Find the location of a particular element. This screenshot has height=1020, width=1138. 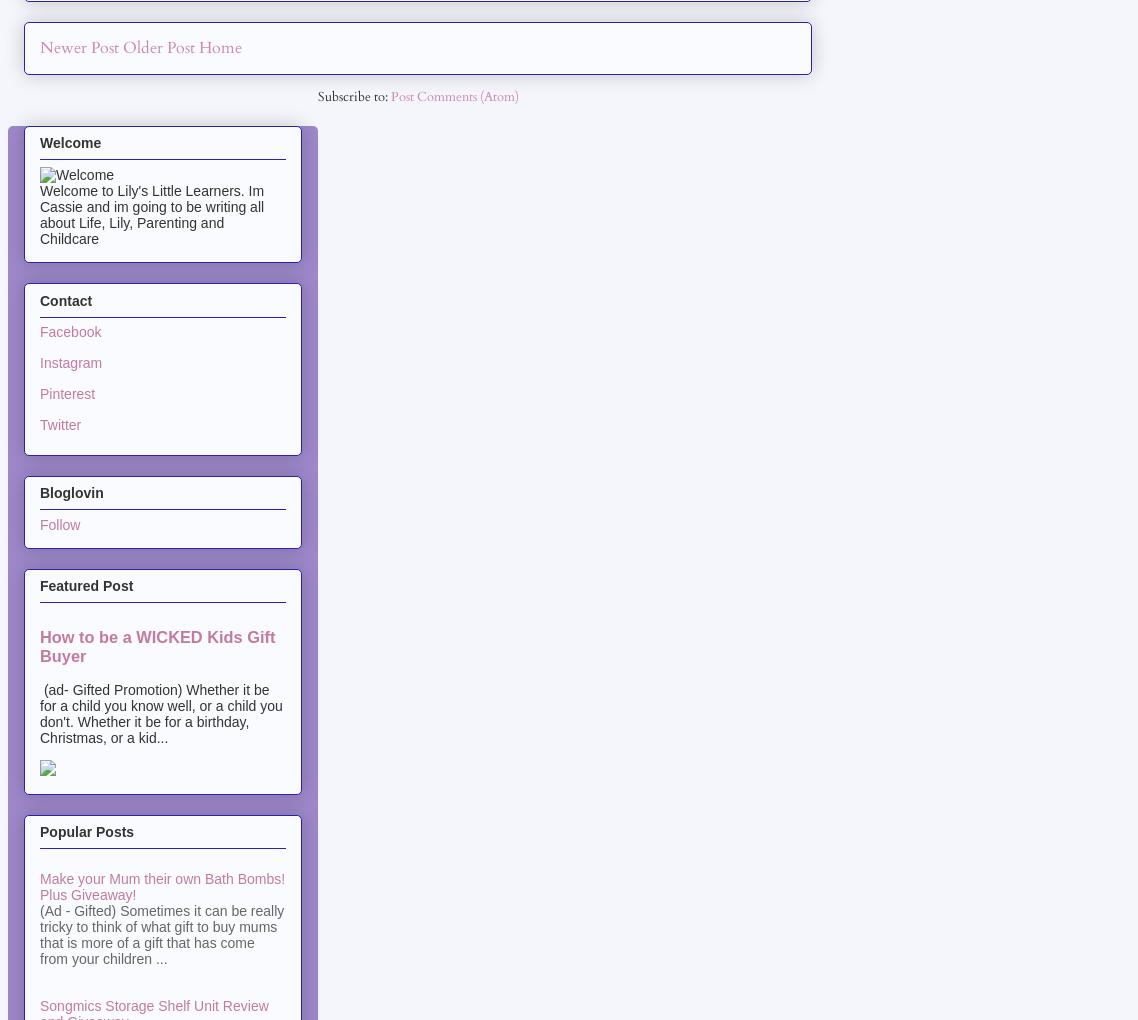

'Subscribe to:' is located at coordinates (353, 94).